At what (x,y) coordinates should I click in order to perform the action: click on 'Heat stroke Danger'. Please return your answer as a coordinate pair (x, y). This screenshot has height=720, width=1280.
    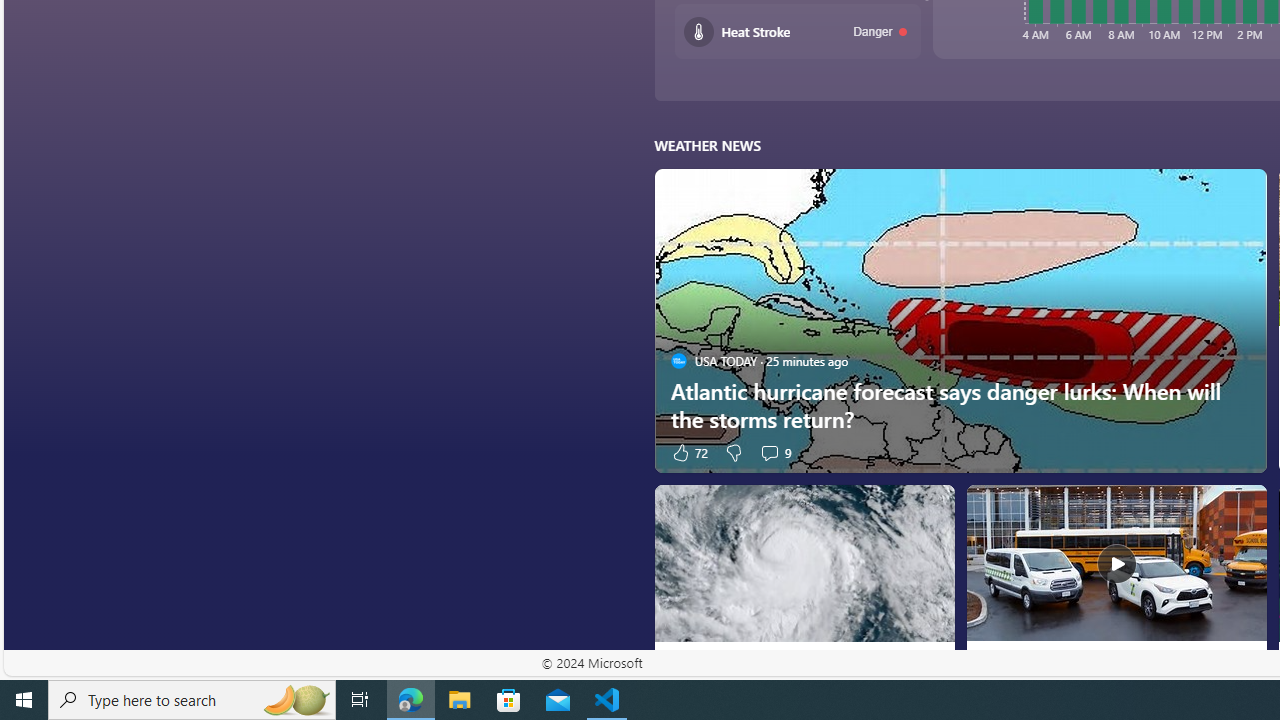
    Looking at the image, I should click on (797, 31).